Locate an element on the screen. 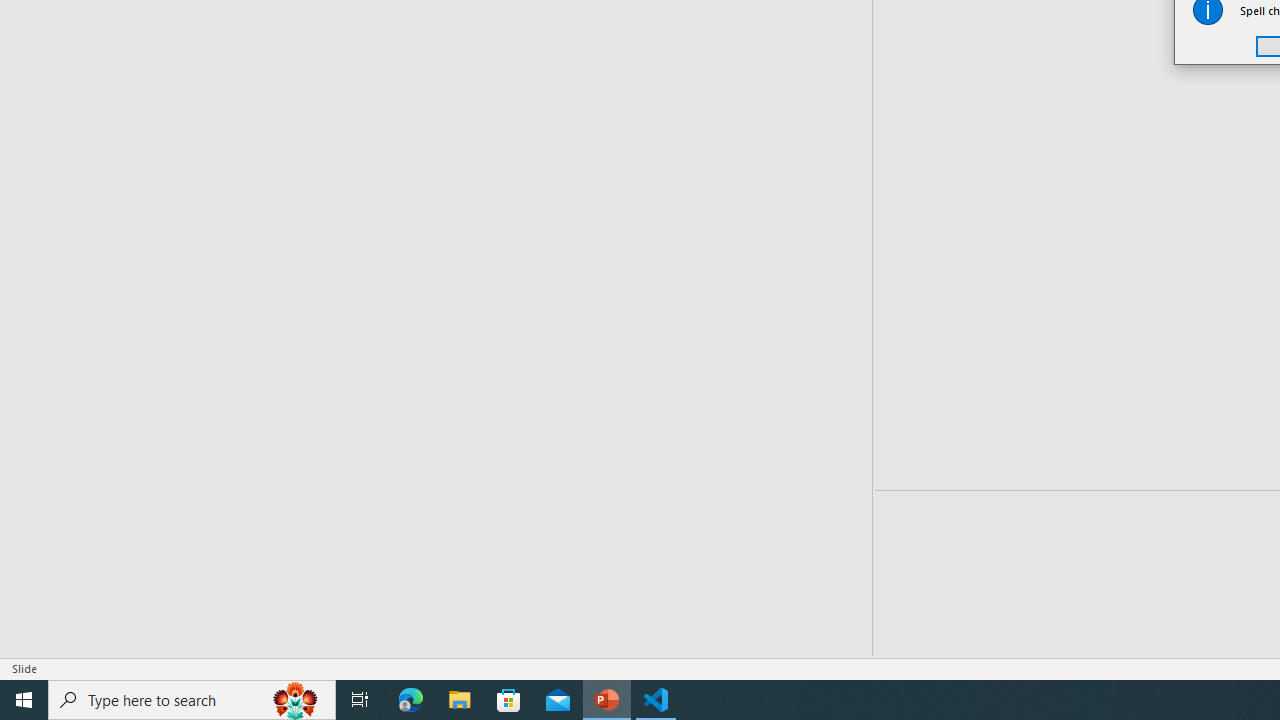  'Visual Studio Code - 1 running window' is located at coordinates (656, 698).